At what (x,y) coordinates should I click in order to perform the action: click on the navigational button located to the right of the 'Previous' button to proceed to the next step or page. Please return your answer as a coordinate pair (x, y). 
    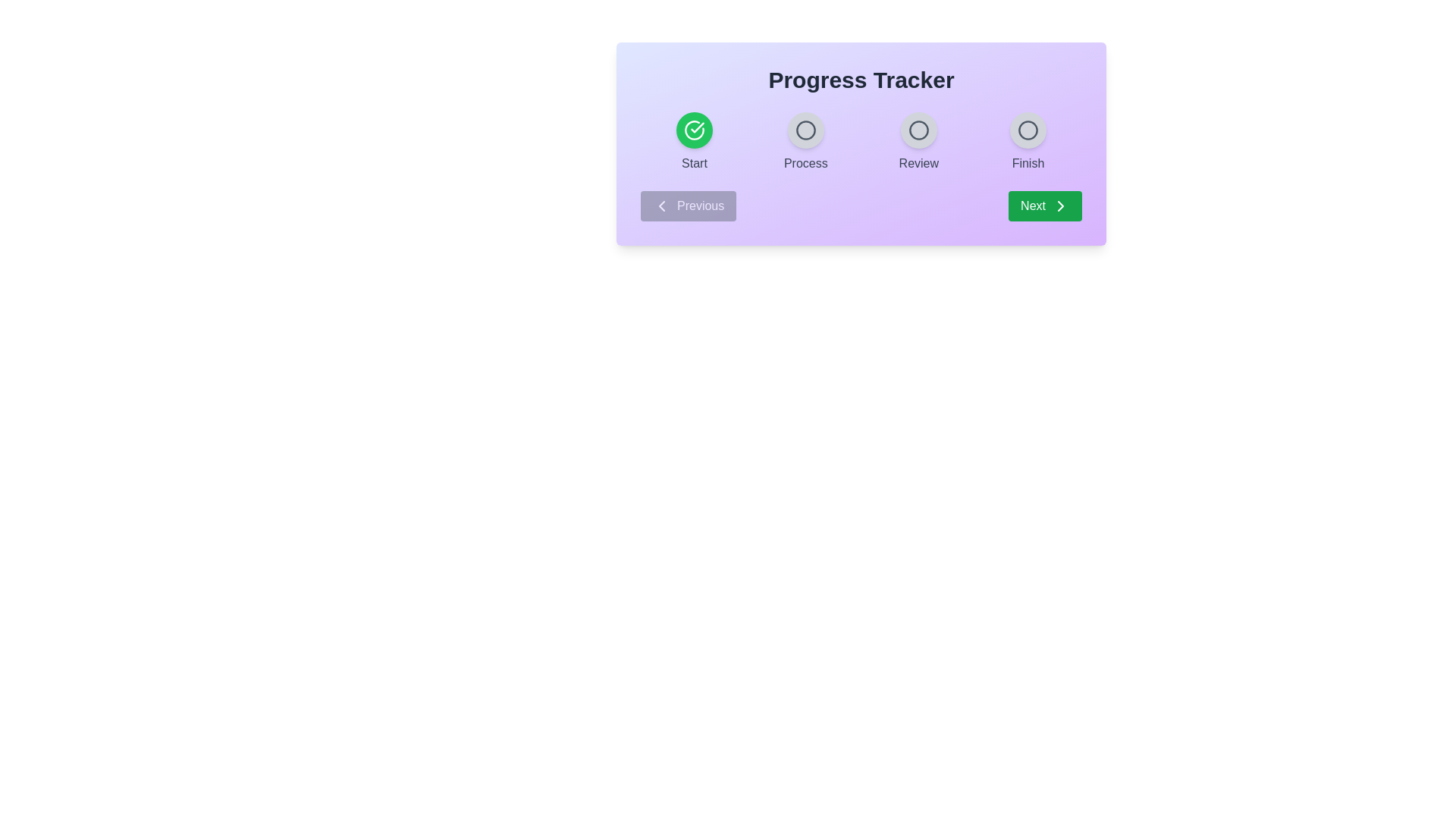
    Looking at the image, I should click on (1044, 206).